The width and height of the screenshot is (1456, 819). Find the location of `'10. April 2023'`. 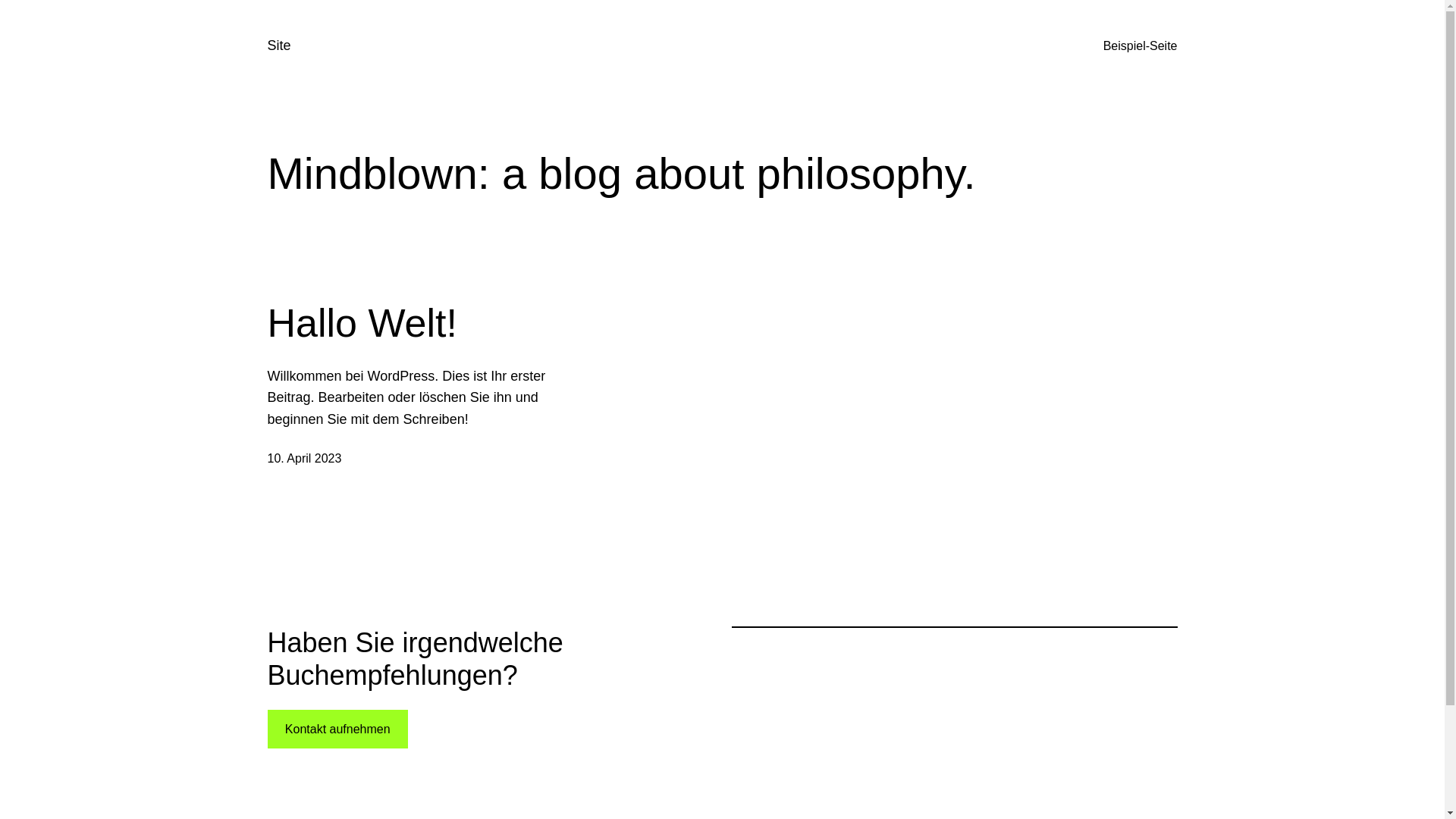

'10. April 2023' is located at coordinates (266, 457).